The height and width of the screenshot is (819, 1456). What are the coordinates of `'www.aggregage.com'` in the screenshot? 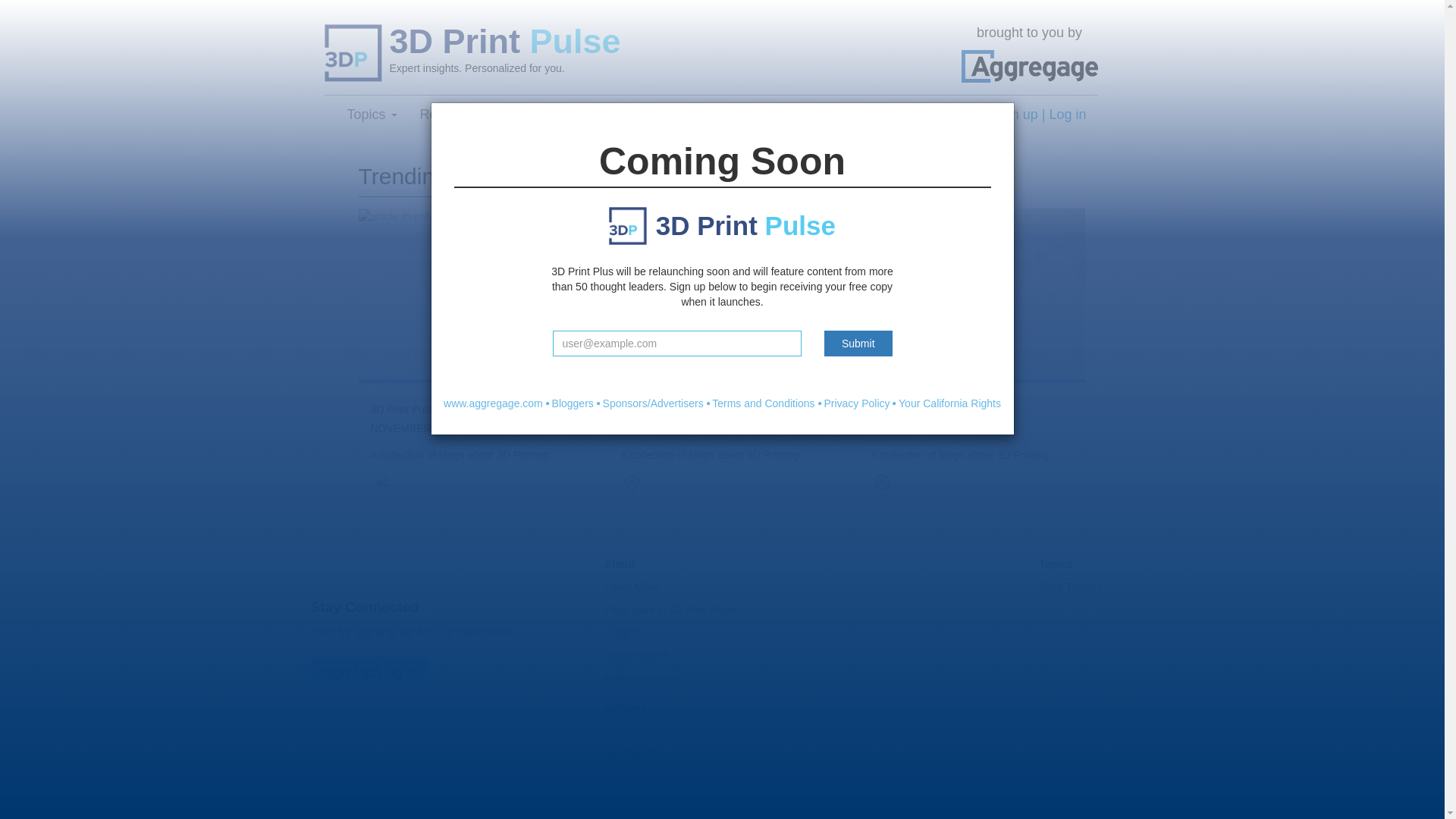 It's located at (493, 403).